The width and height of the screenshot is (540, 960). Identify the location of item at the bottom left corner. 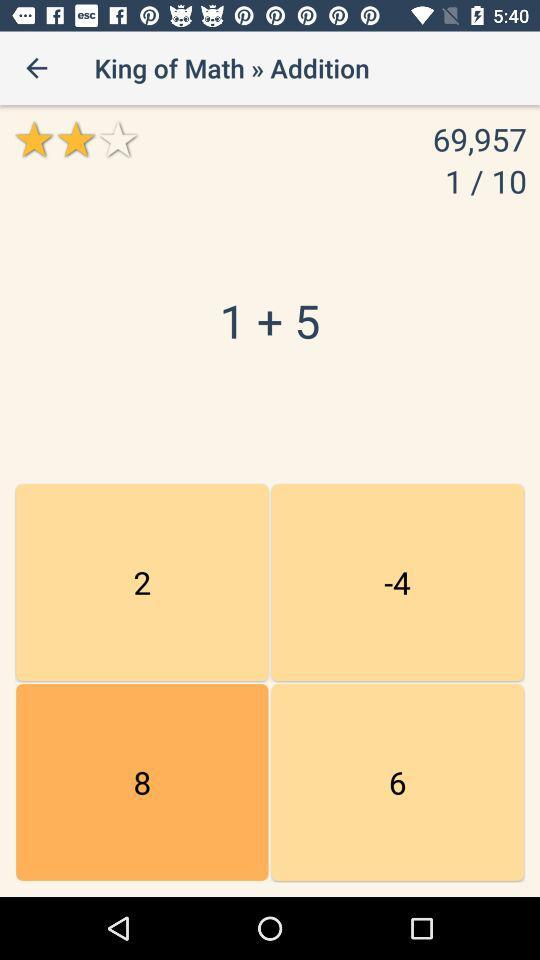
(141, 782).